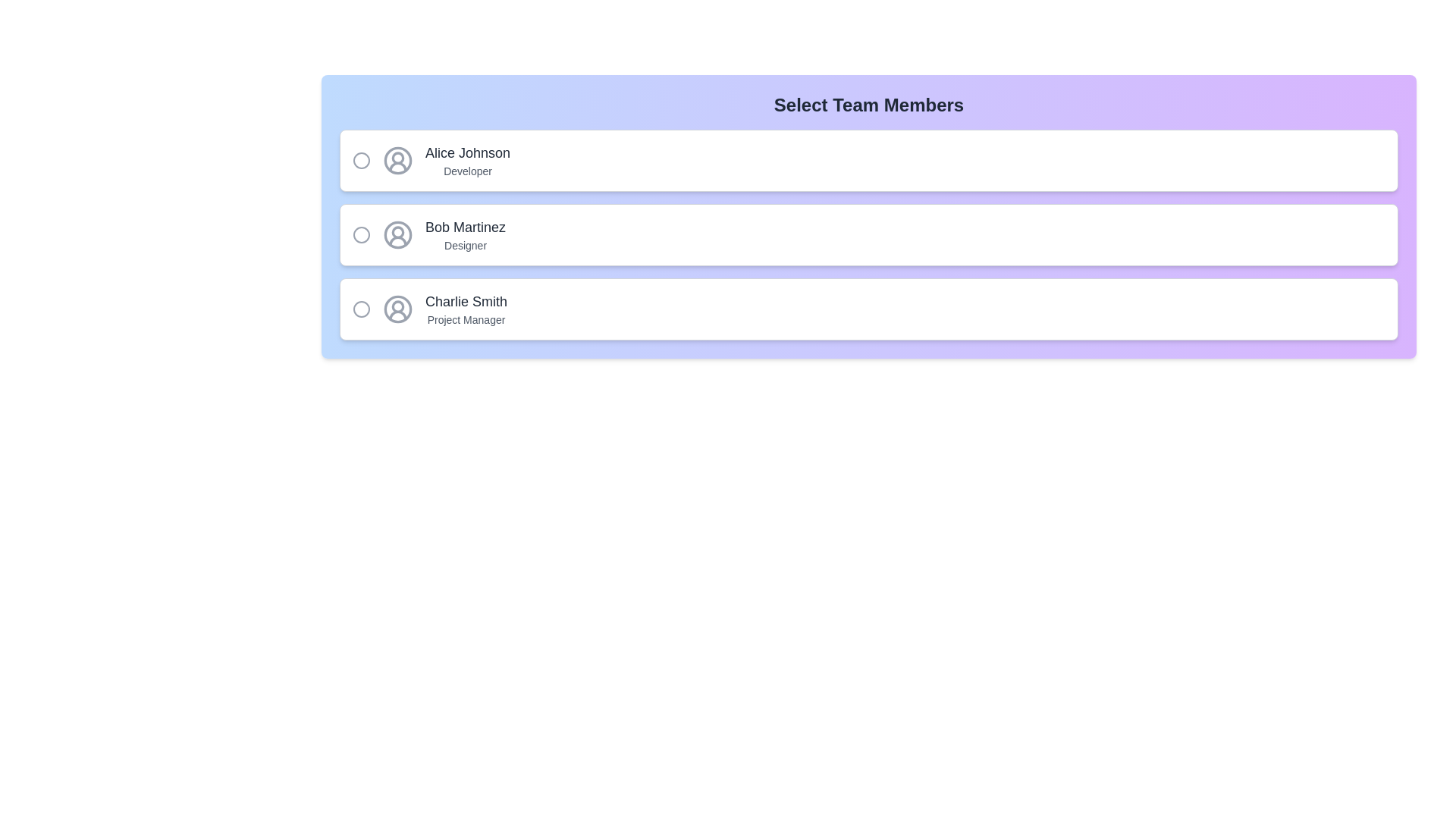  What do you see at coordinates (397, 306) in the screenshot?
I see `the inner circular part of the avatar icon for 'Charlie Smith' located in the third row of the user selection list` at bounding box center [397, 306].